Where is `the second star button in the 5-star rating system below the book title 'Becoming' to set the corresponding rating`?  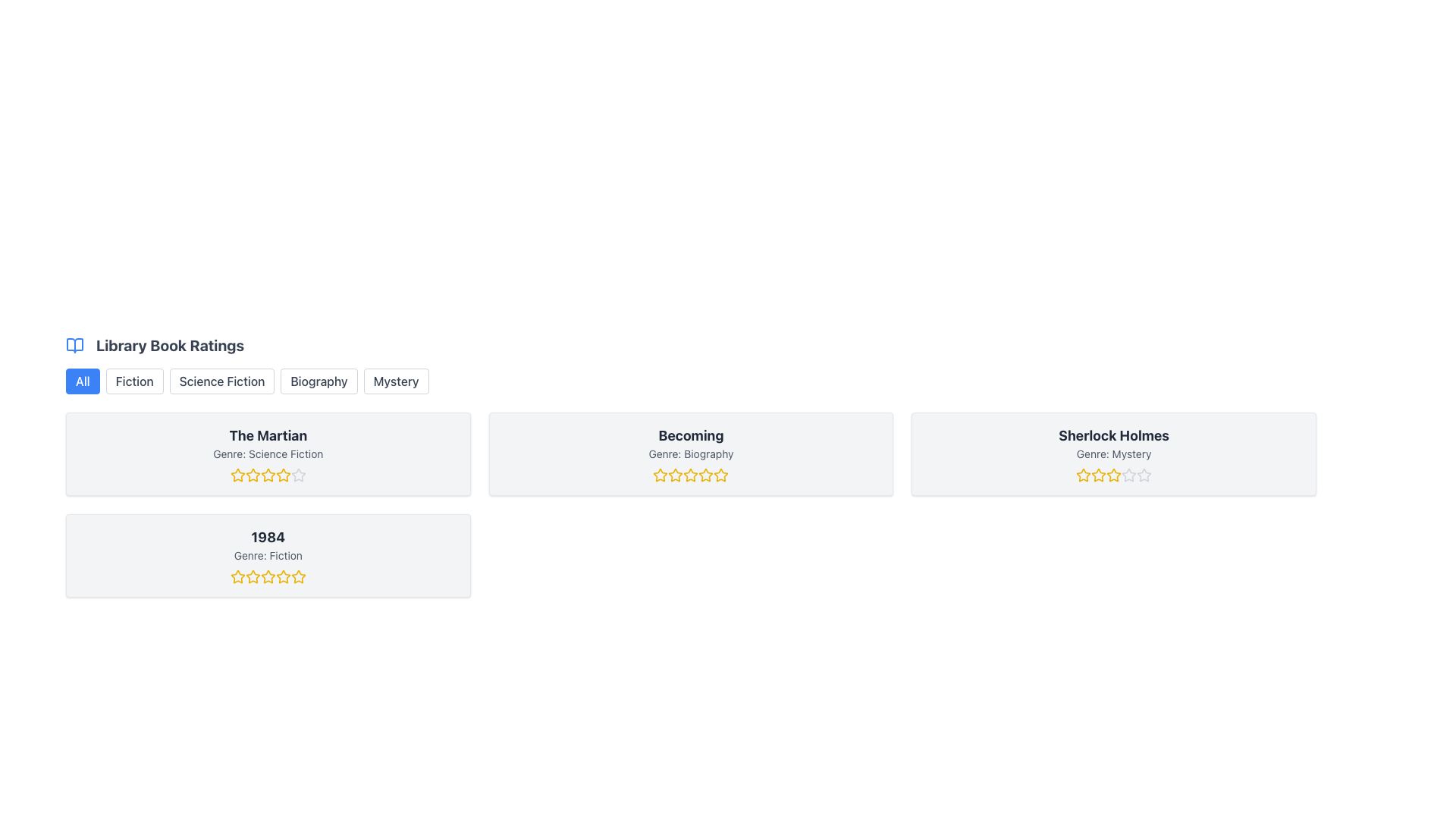 the second star button in the 5-star rating system below the book title 'Becoming' to set the corresponding rating is located at coordinates (661, 474).